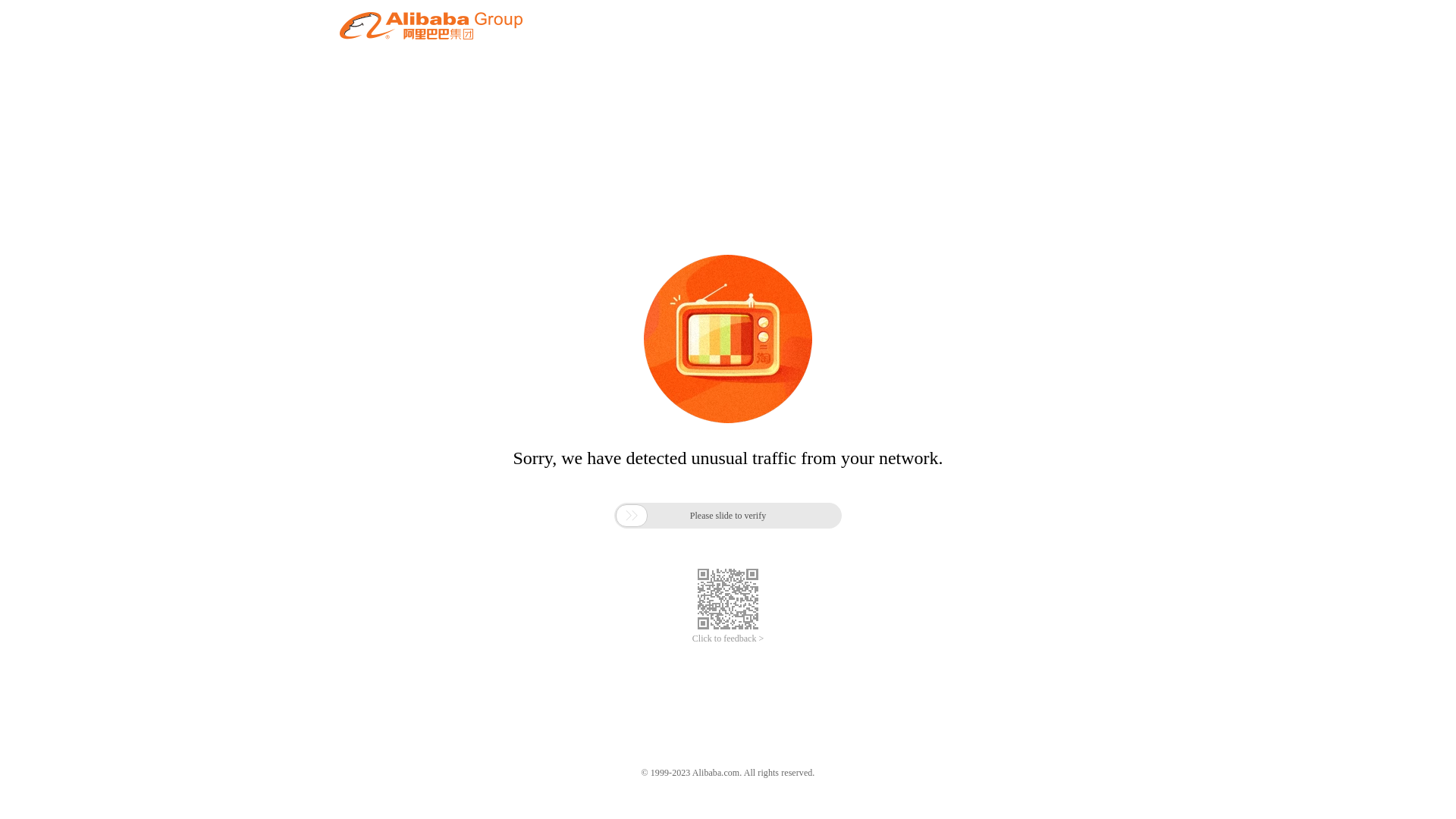 This screenshot has width=1456, height=819. What do you see at coordinates (691, 639) in the screenshot?
I see `'Click to feedback >'` at bounding box center [691, 639].